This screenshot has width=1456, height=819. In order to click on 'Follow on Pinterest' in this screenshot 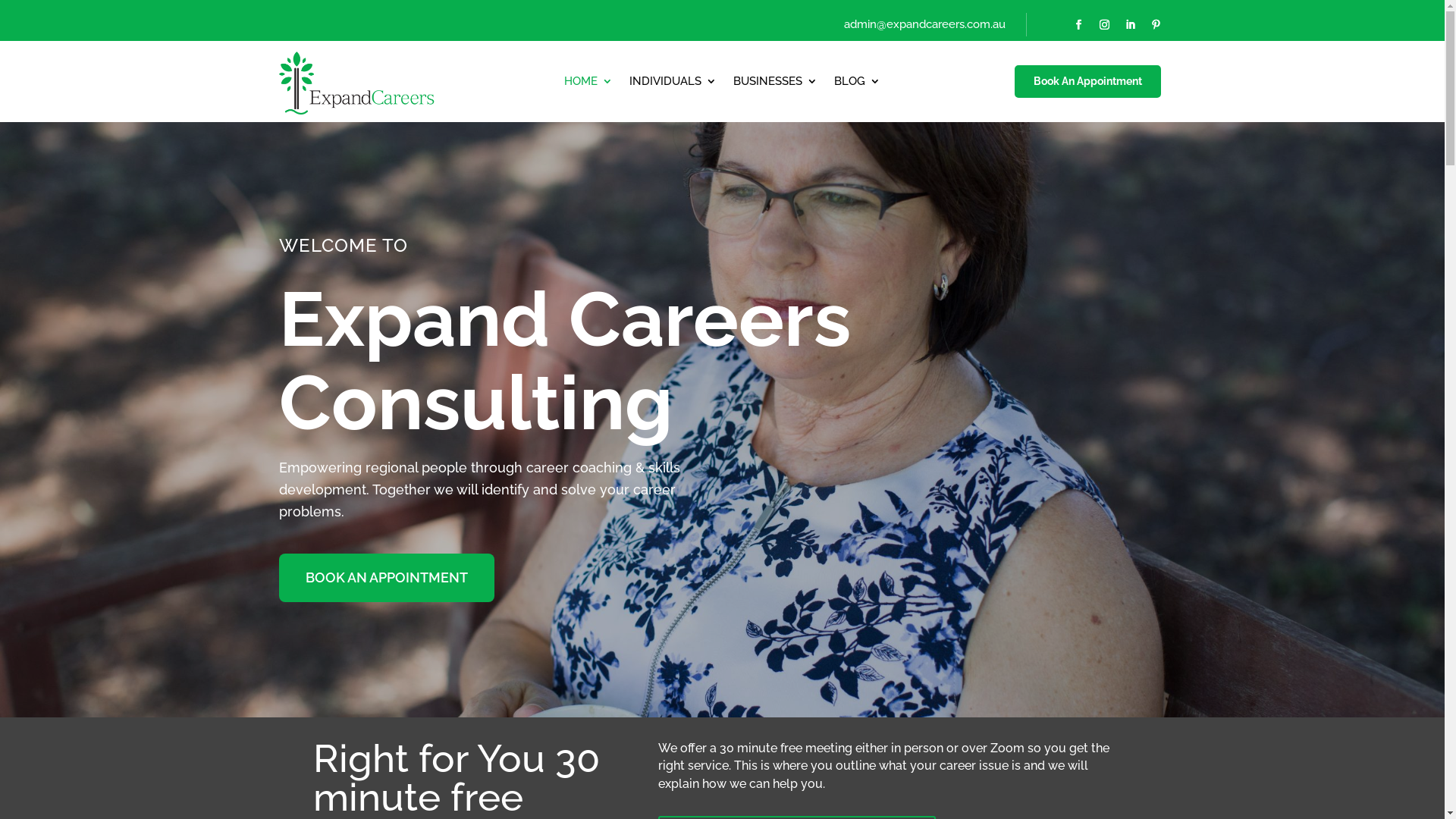, I will do `click(1154, 25)`.